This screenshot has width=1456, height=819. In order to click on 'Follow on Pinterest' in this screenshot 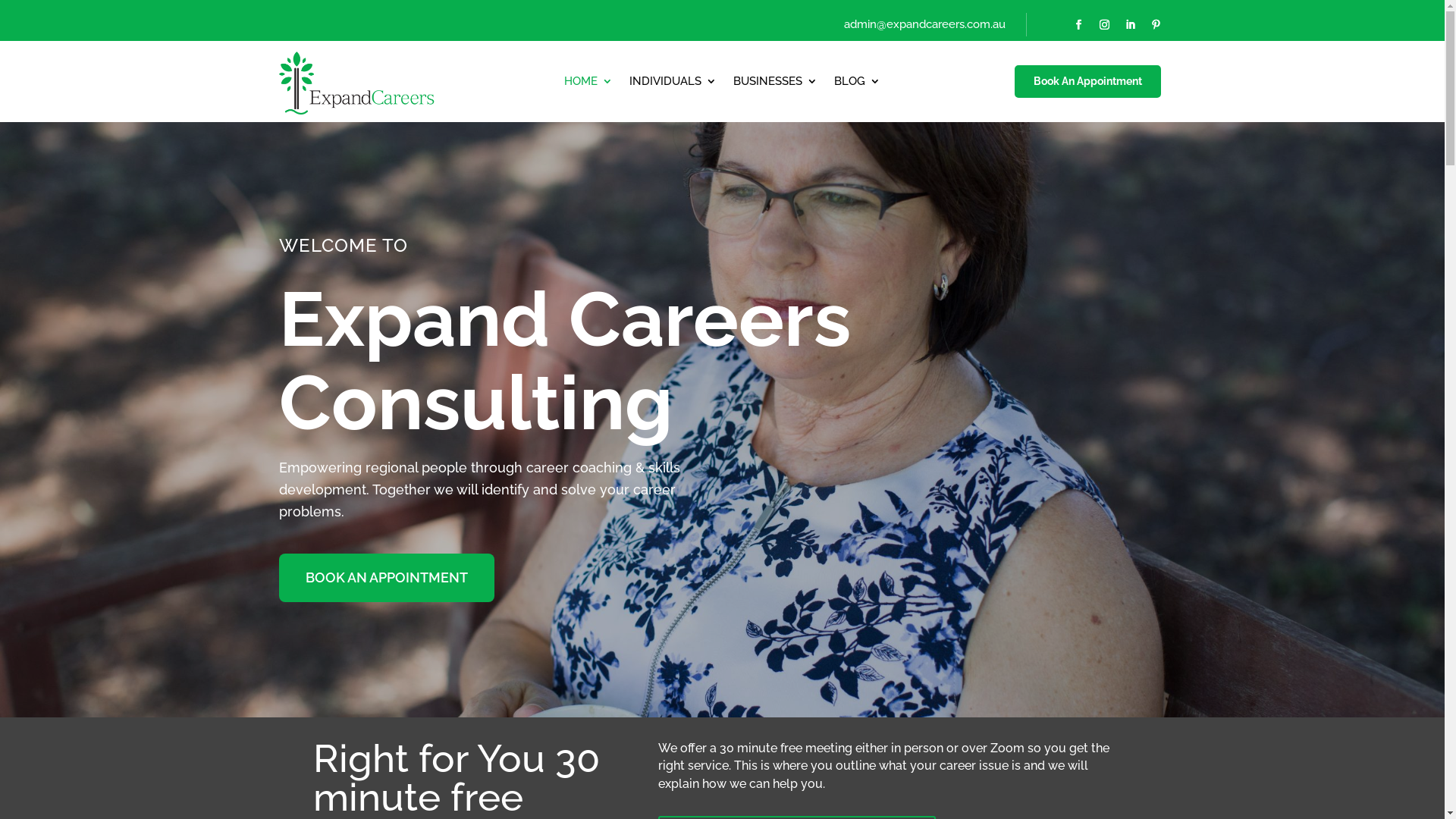, I will do `click(1154, 25)`.